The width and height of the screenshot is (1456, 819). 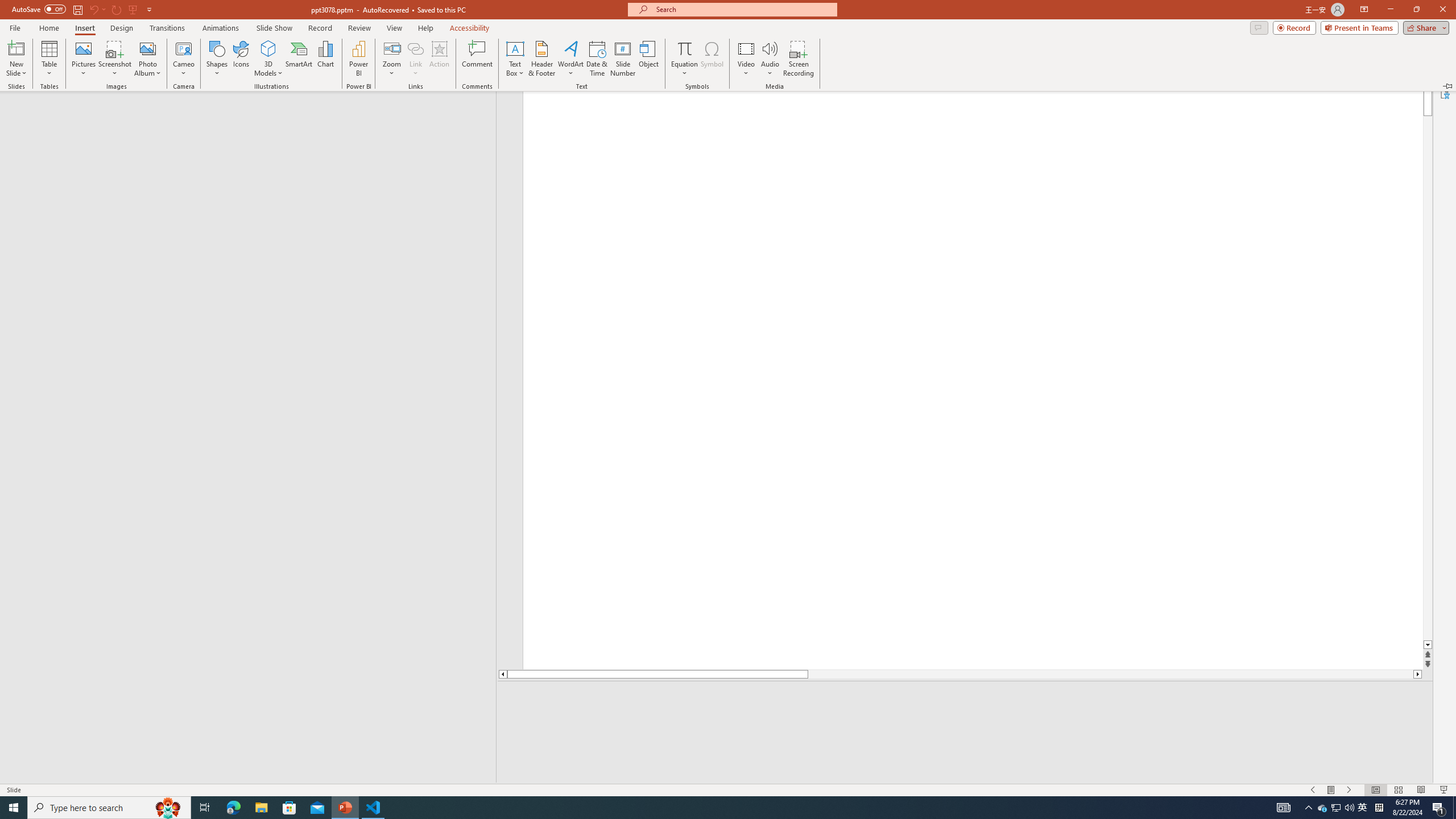 I want to click on 'Microsoft Edge', so click(x=233, y=806).